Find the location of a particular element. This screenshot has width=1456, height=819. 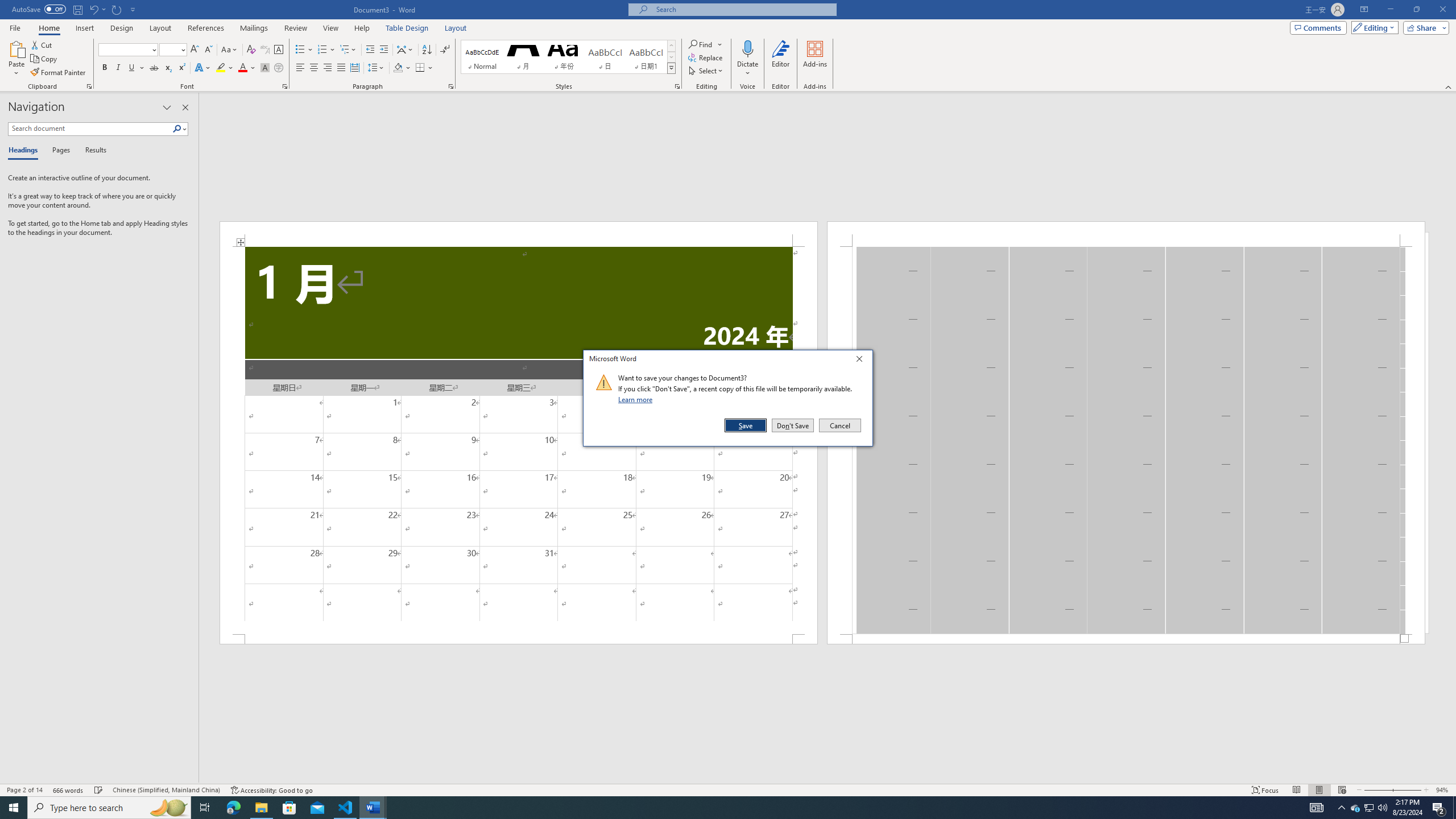

'User Promoted Notification Area' is located at coordinates (1368, 806).